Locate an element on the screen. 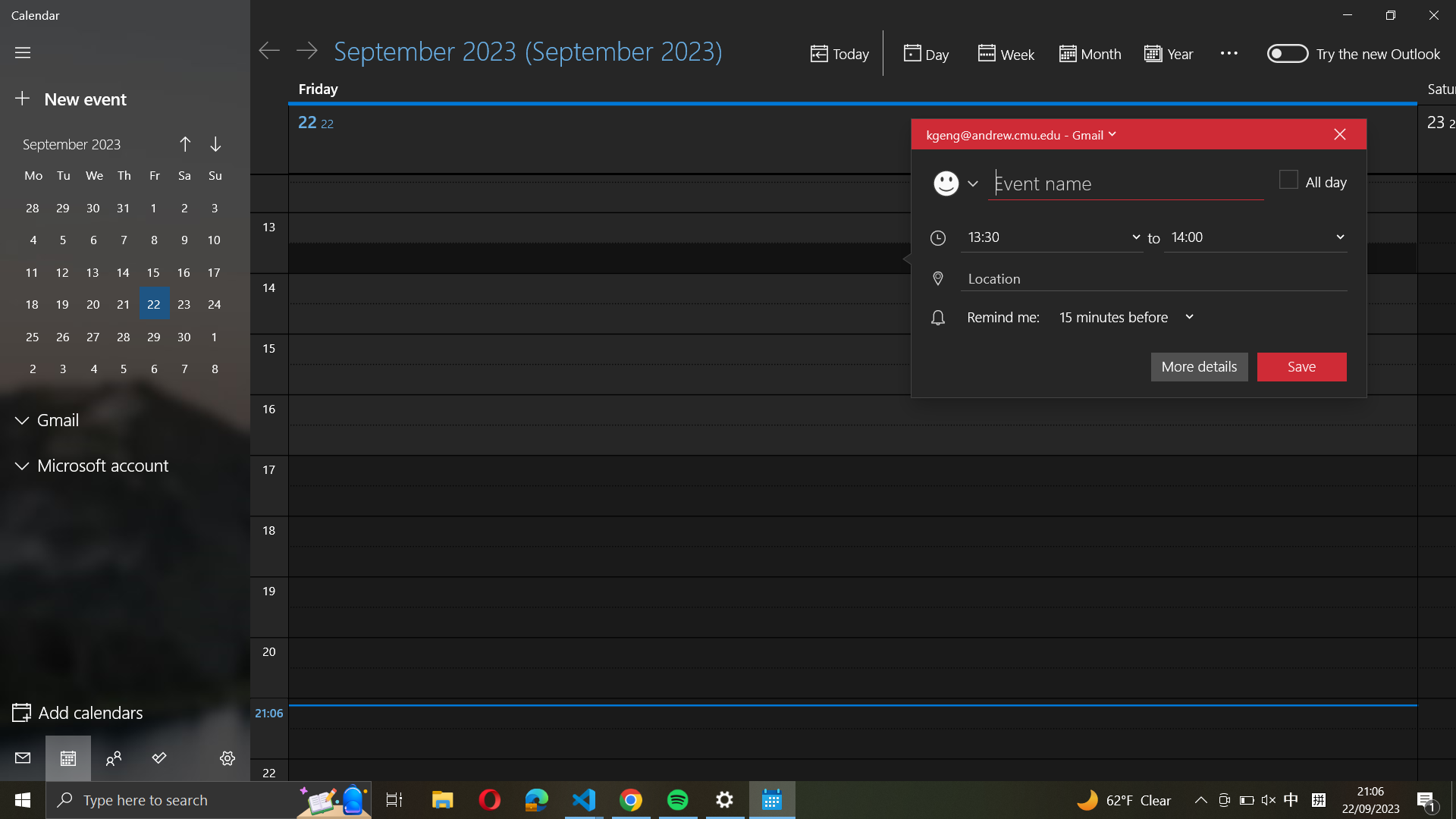 The height and width of the screenshot is (819, 1456). Go to today"s date on the calendar is located at coordinates (838, 54).